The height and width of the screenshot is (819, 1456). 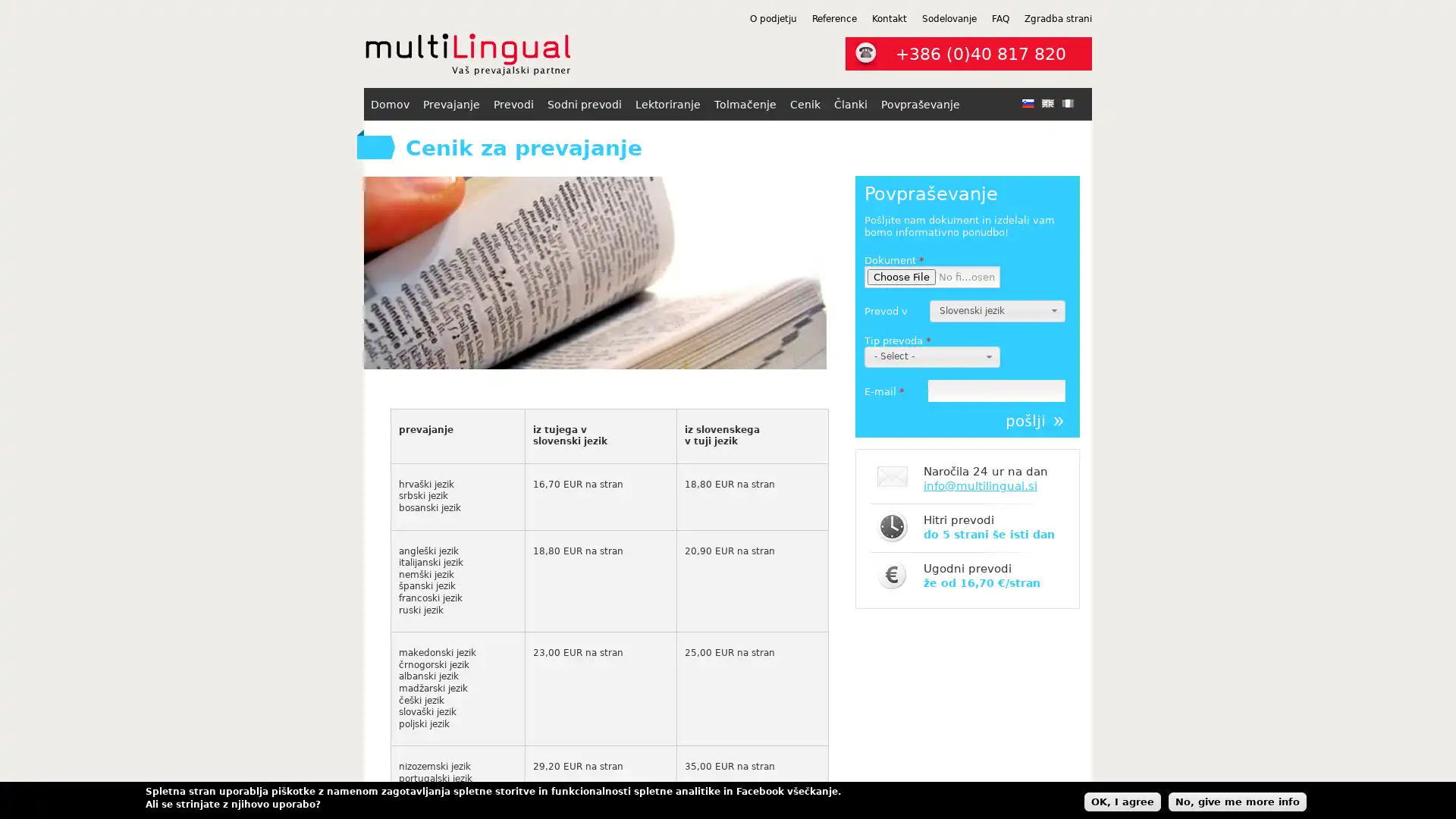 What do you see at coordinates (1238, 800) in the screenshot?
I see `No, give me more info` at bounding box center [1238, 800].